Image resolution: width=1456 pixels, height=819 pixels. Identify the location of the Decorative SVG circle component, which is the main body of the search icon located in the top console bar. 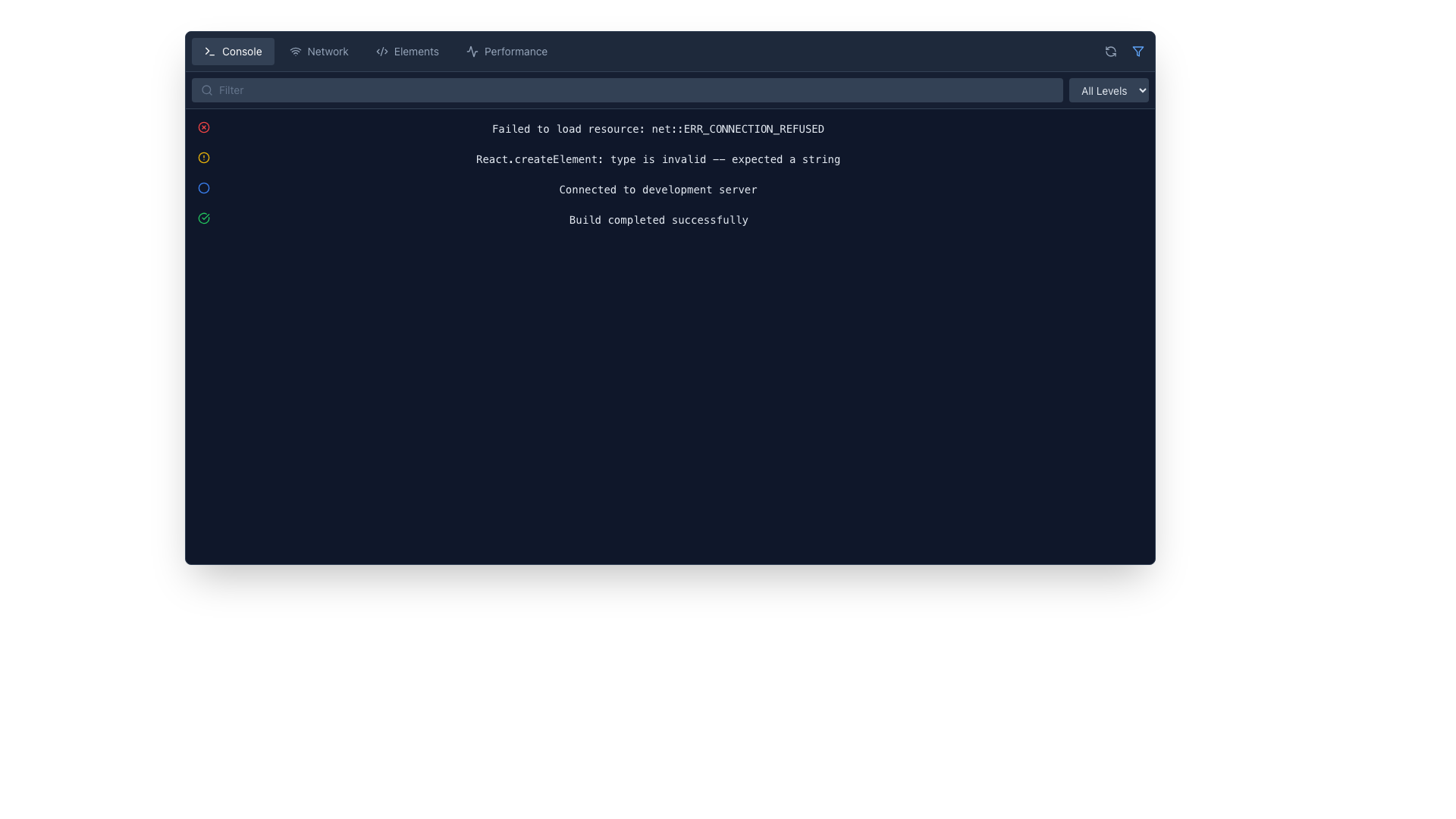
(206, 89).